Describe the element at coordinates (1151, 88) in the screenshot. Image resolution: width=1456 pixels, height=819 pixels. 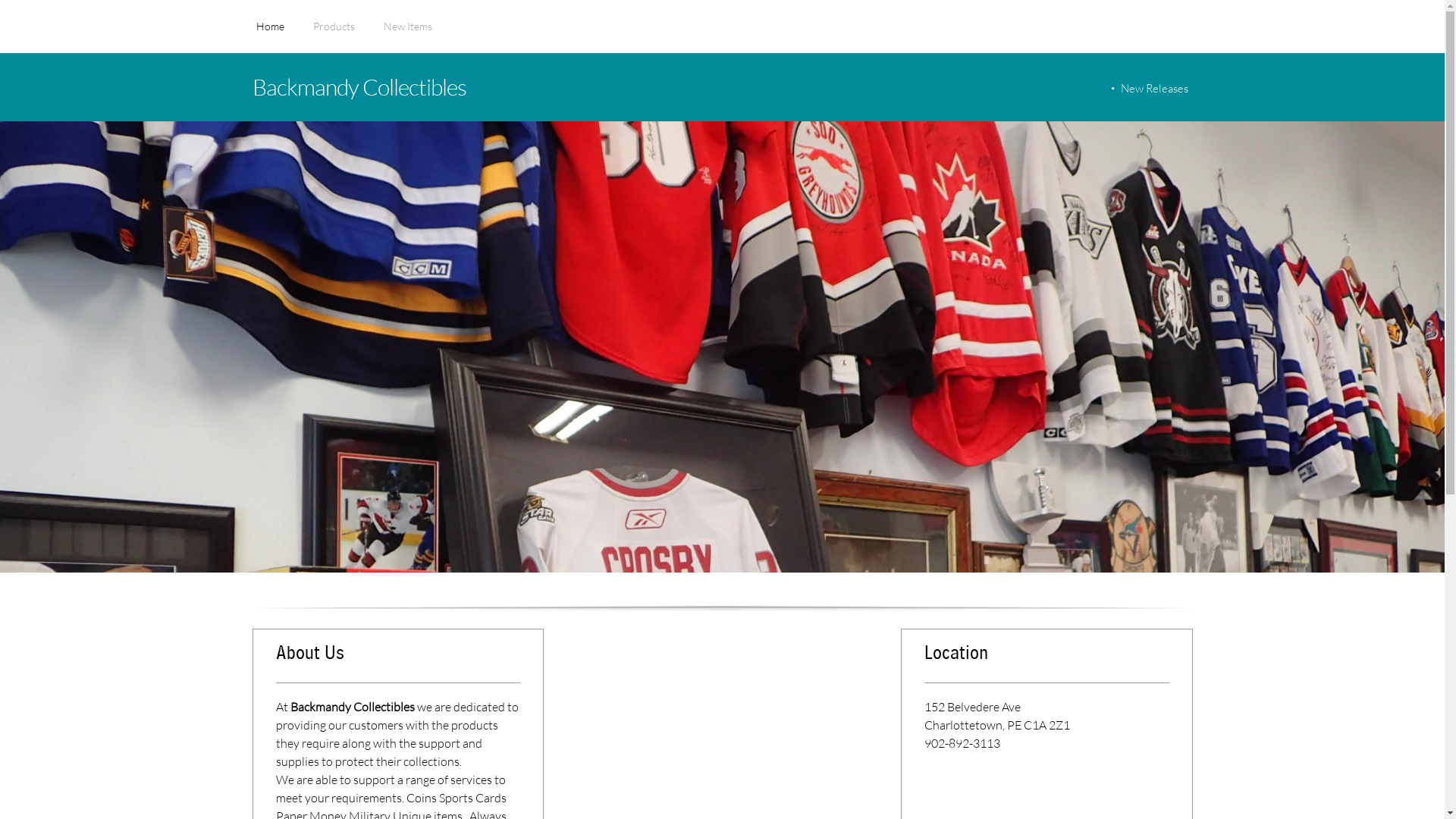
I see `'New Releases'` at that location.